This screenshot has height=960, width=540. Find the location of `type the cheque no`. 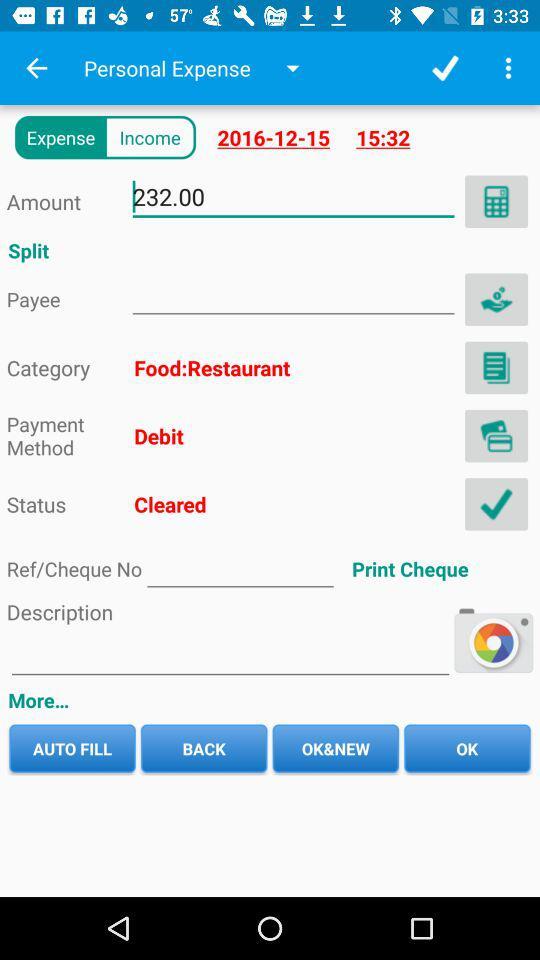

type the cheque no is located at coordinates (240, 568).